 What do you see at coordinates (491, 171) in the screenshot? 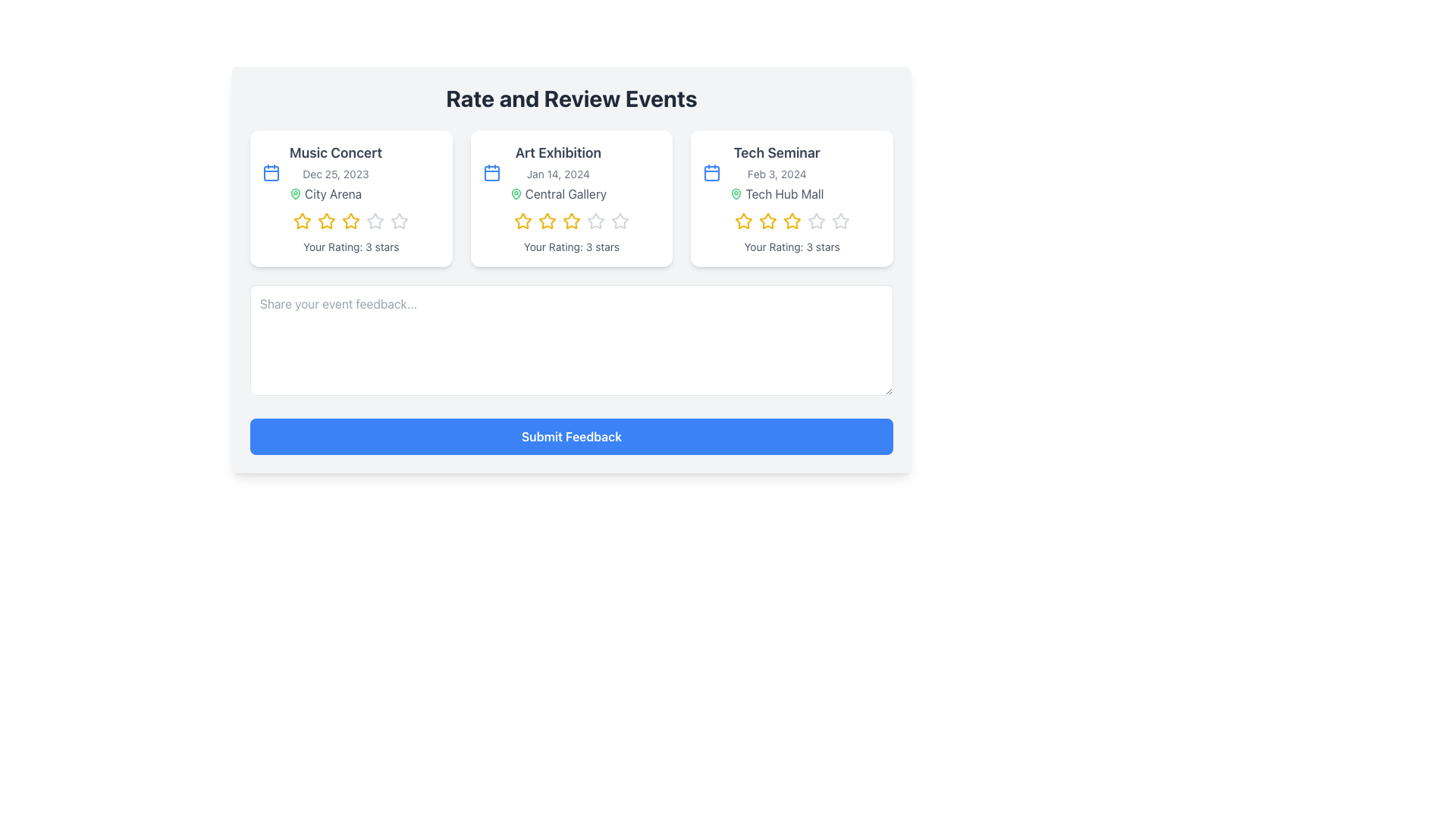
I see `the icon representing the date at the top-left corner of the 'Art Exhibition' card, which is adjacent to the date text 'Jan 14, 2024' and the bold text 'Art Exhibition.'` at bounding box center [491, 171].